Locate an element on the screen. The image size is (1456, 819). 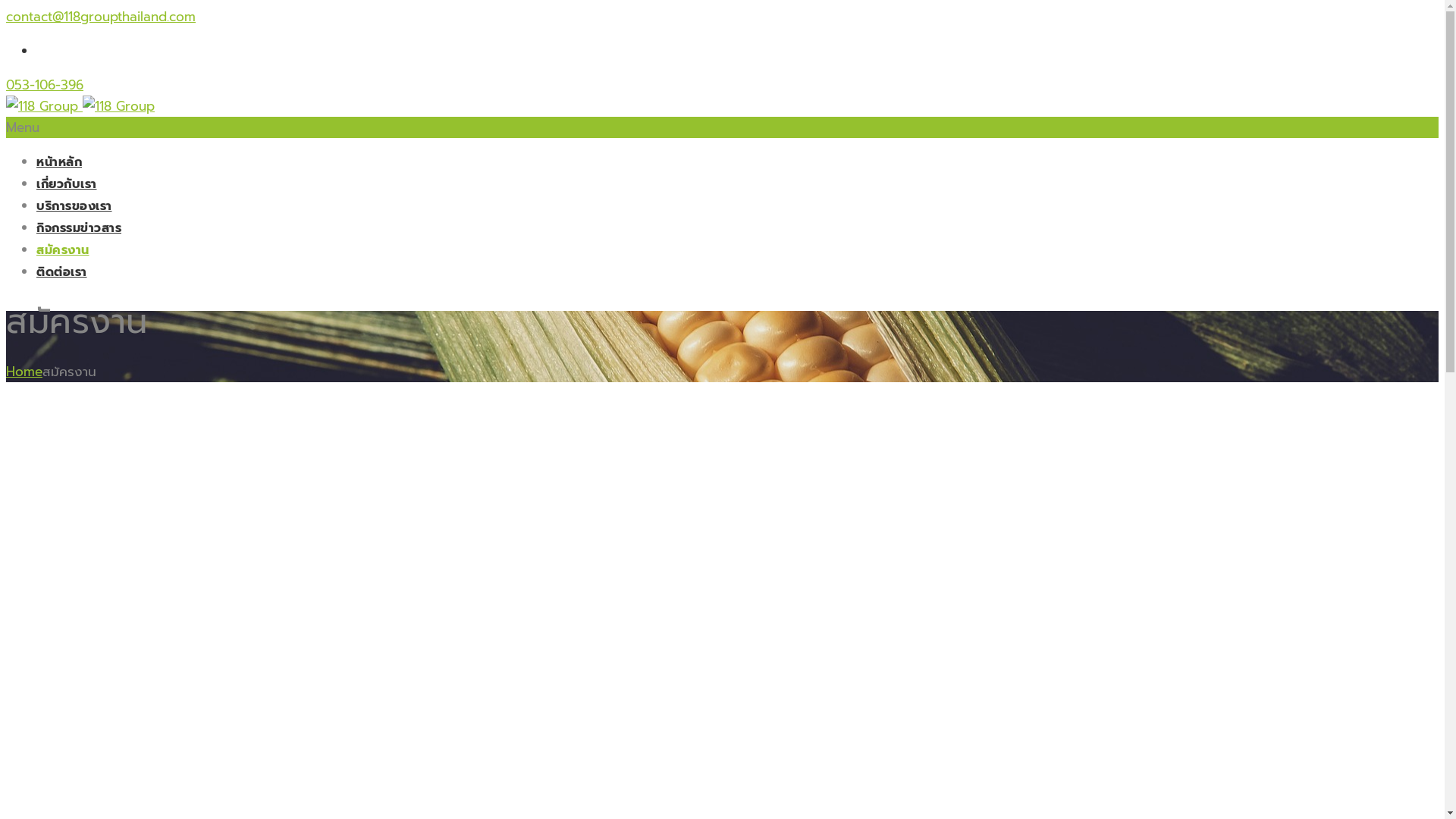
'118 Group' is located at coordinates (42, 105).